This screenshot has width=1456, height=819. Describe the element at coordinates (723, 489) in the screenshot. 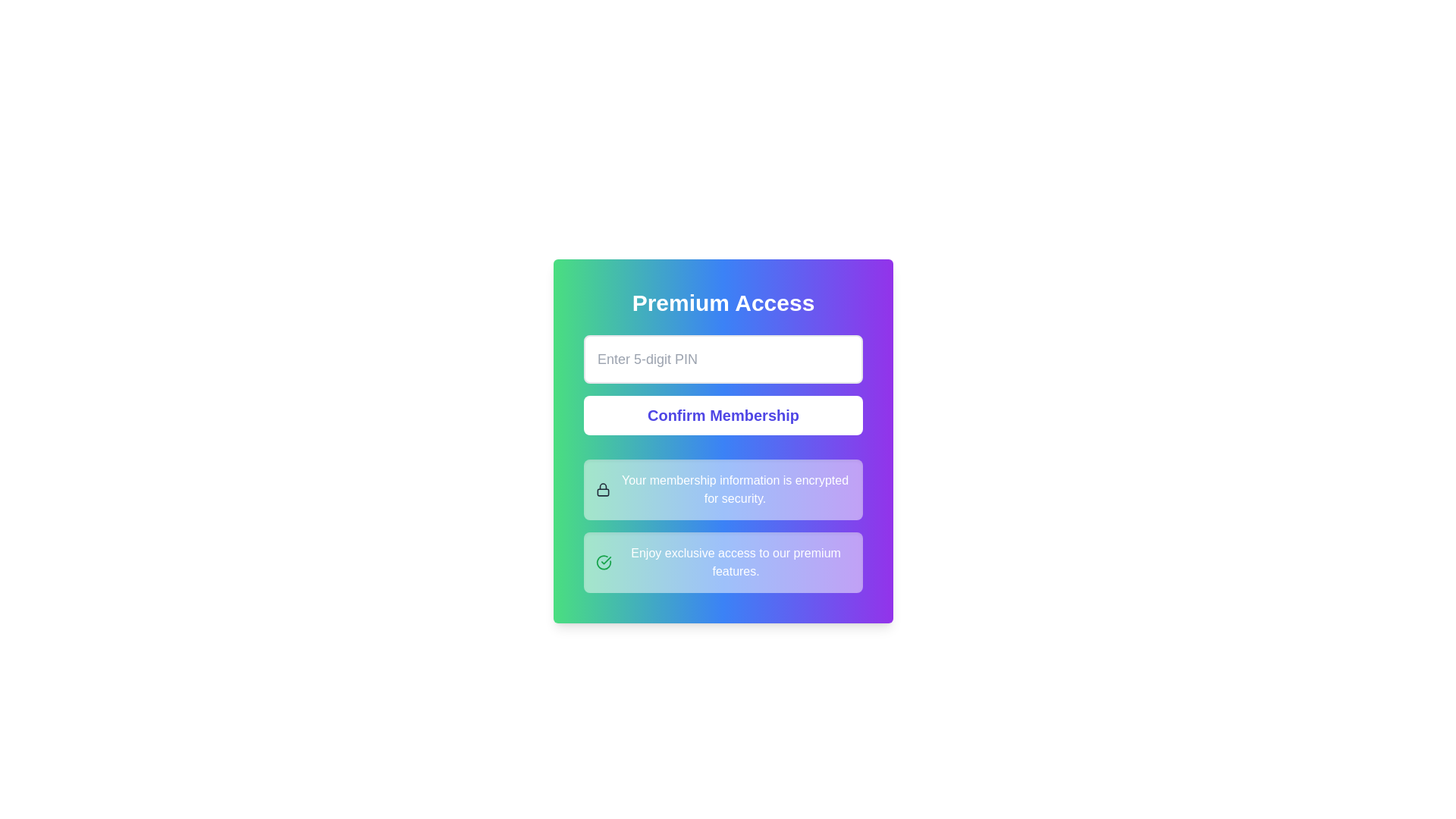

I see `informational message box containing the text 'Your membership information is encrypted for security.' which is centrally located below the 'Confirm Membership' button` at that location.